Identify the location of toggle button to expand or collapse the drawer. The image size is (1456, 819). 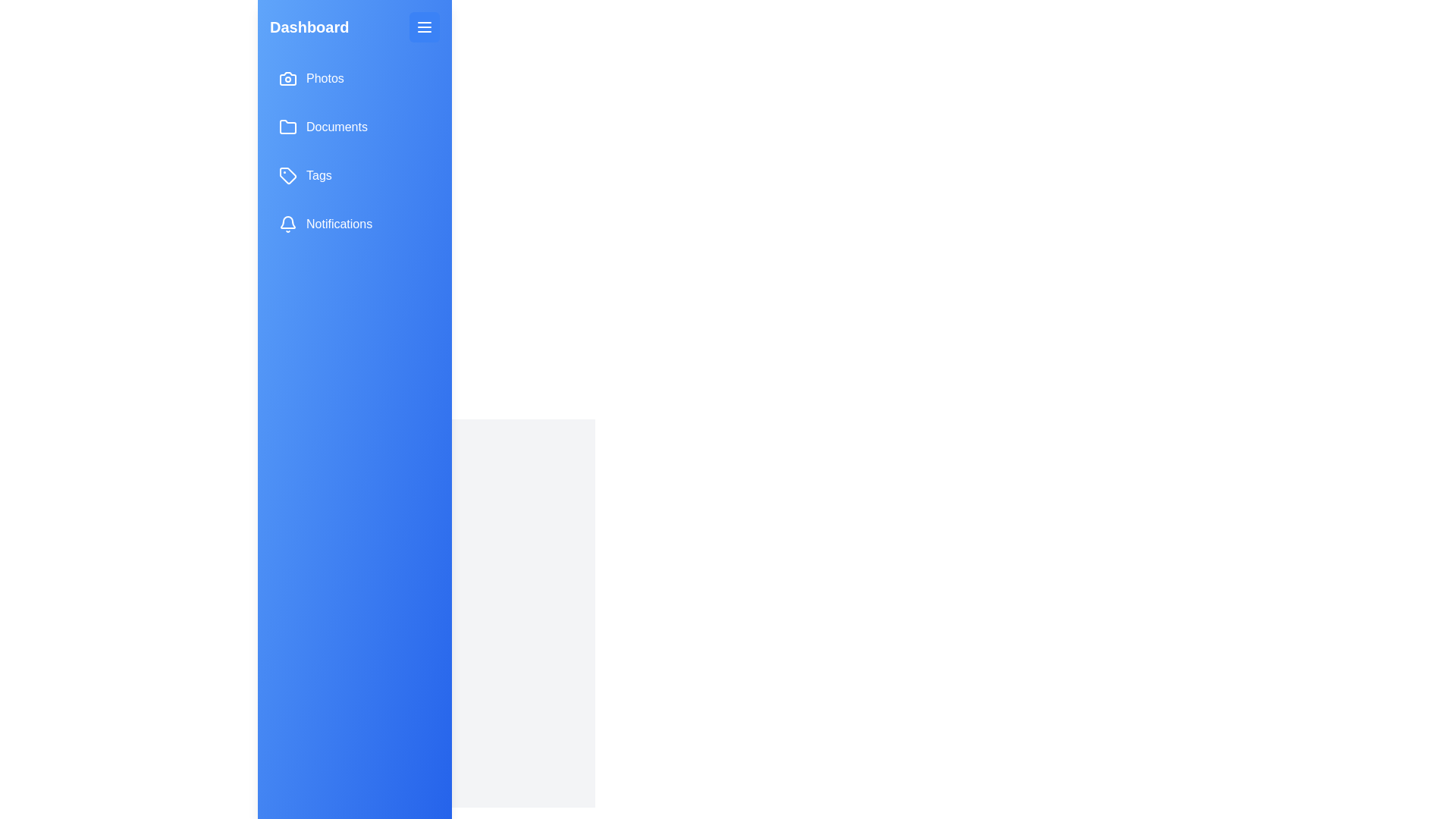
(425, 27).